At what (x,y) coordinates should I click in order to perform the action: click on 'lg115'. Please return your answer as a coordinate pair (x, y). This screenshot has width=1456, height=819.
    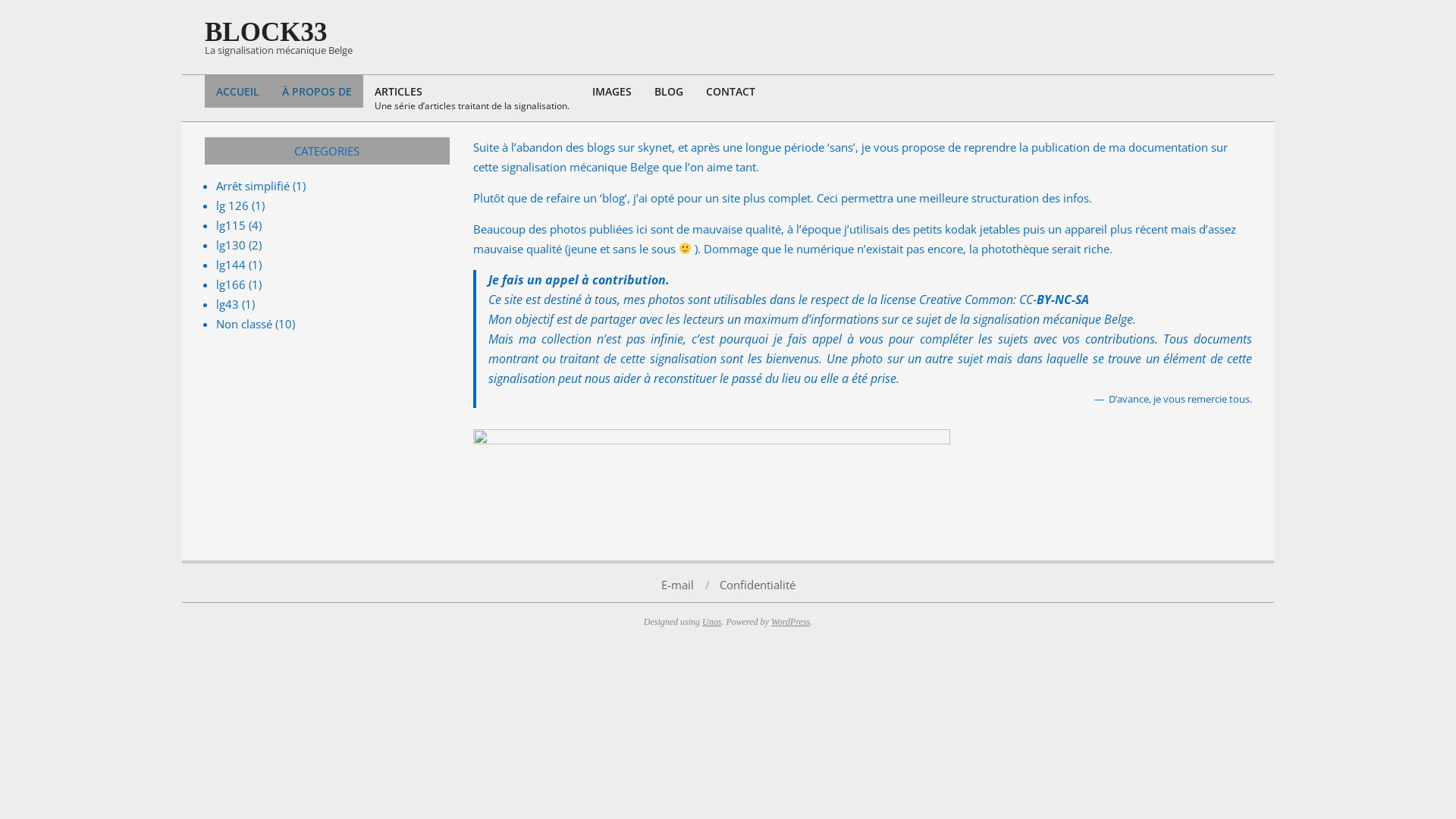
    Looking at the image, I should click on (230, 225).